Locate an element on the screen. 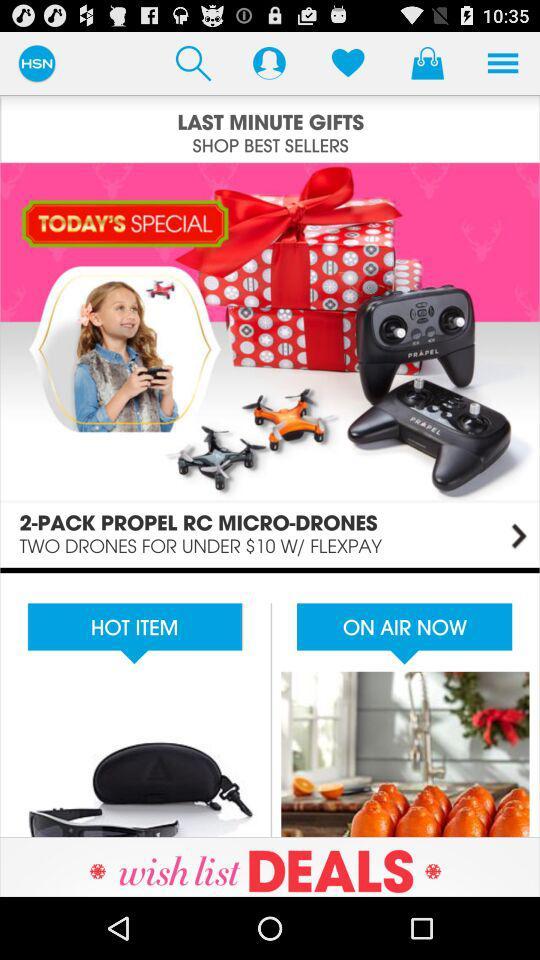 The height and width of the screenshot is (960, 540). items is located at coordinates (347, 62).